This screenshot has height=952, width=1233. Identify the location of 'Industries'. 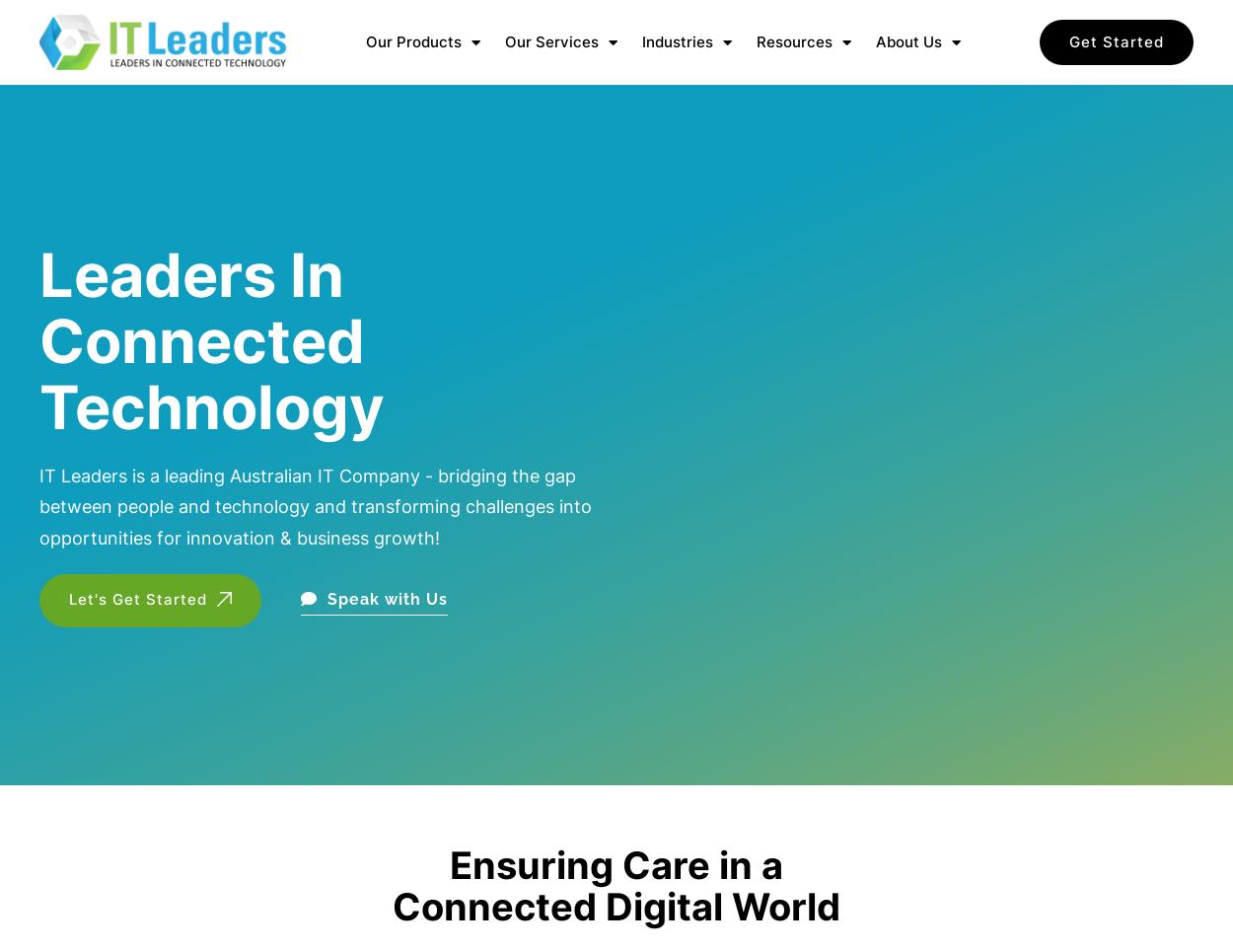
(677, 41).